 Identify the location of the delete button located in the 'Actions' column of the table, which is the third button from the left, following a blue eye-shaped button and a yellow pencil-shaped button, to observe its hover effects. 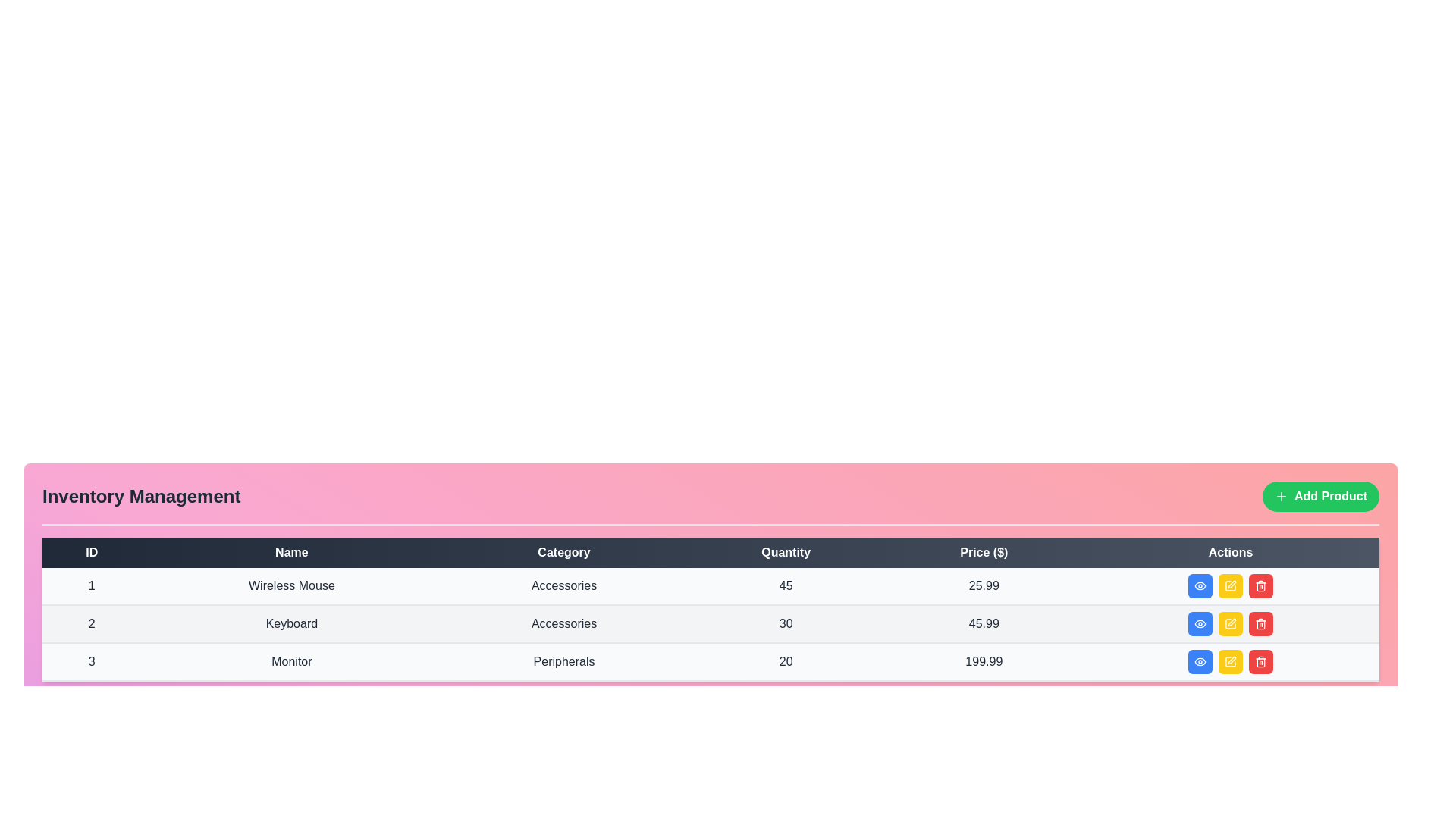
(1261, 585).